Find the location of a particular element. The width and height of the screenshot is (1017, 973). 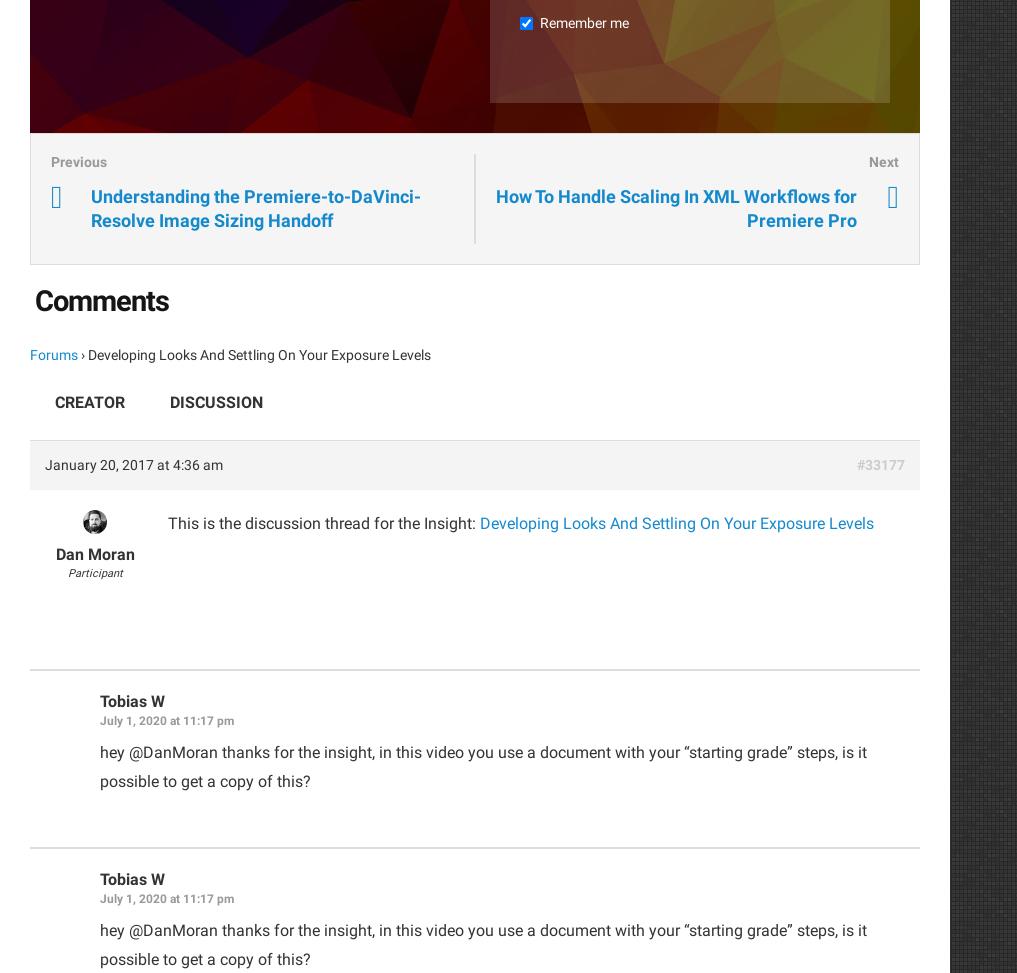

'Forums' is located at coordinates (53, 354).